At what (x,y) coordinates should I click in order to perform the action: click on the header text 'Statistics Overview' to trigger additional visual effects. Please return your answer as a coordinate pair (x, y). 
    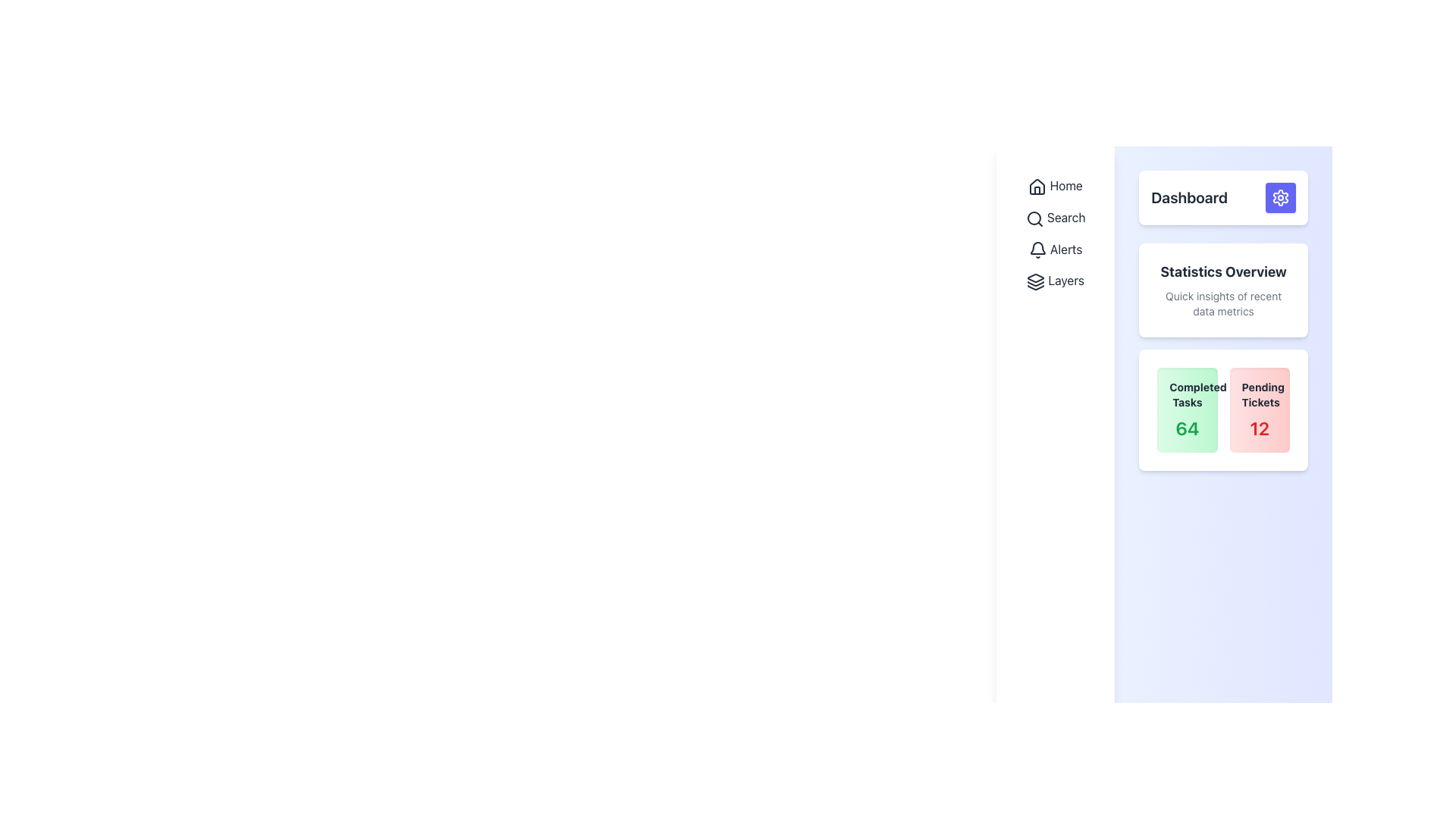
    Looking at the image, I should click on (1223, 271).